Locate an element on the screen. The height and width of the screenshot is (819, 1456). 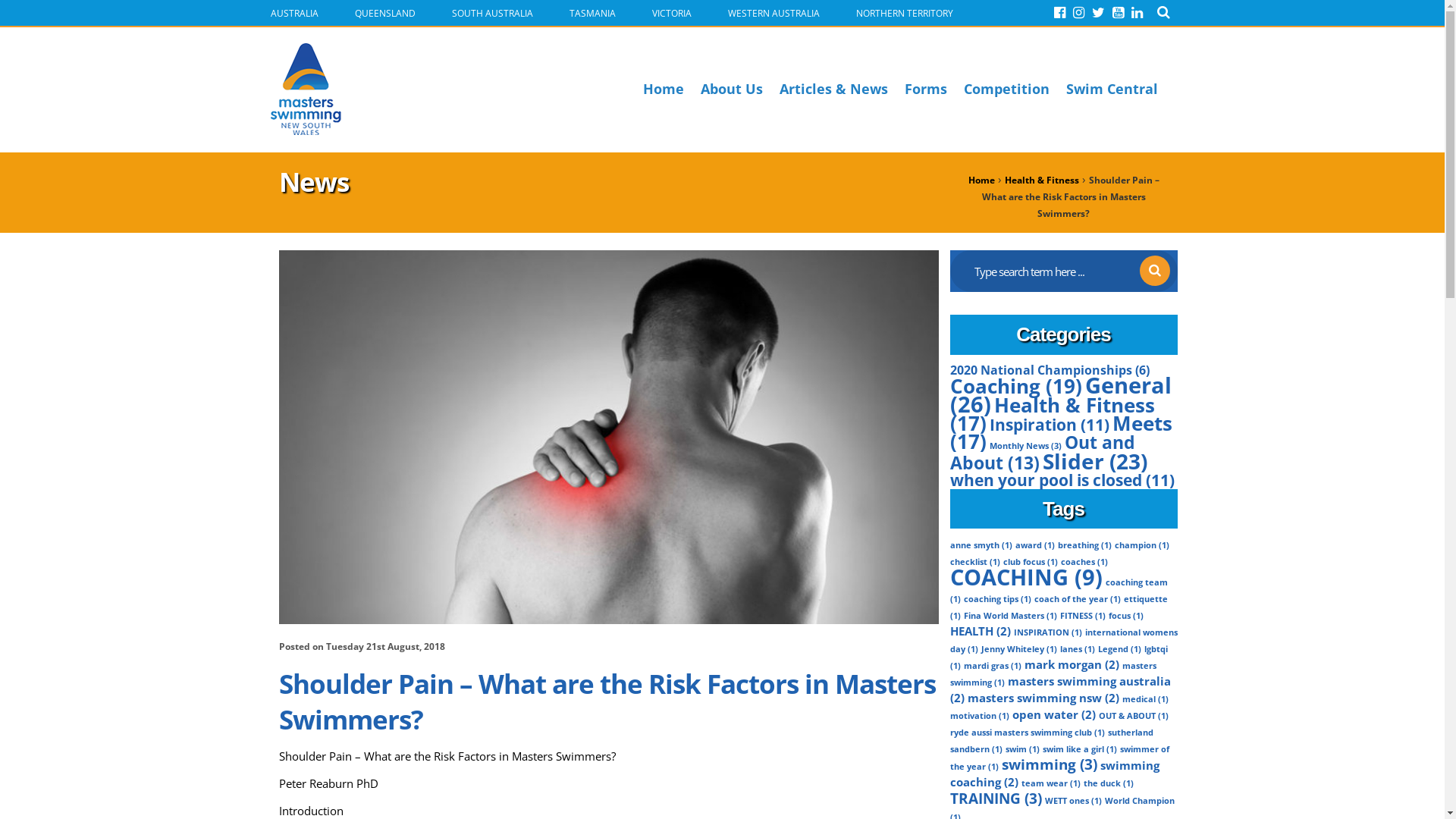
'masters swimming (1)' is located at coordinates (949, 673).